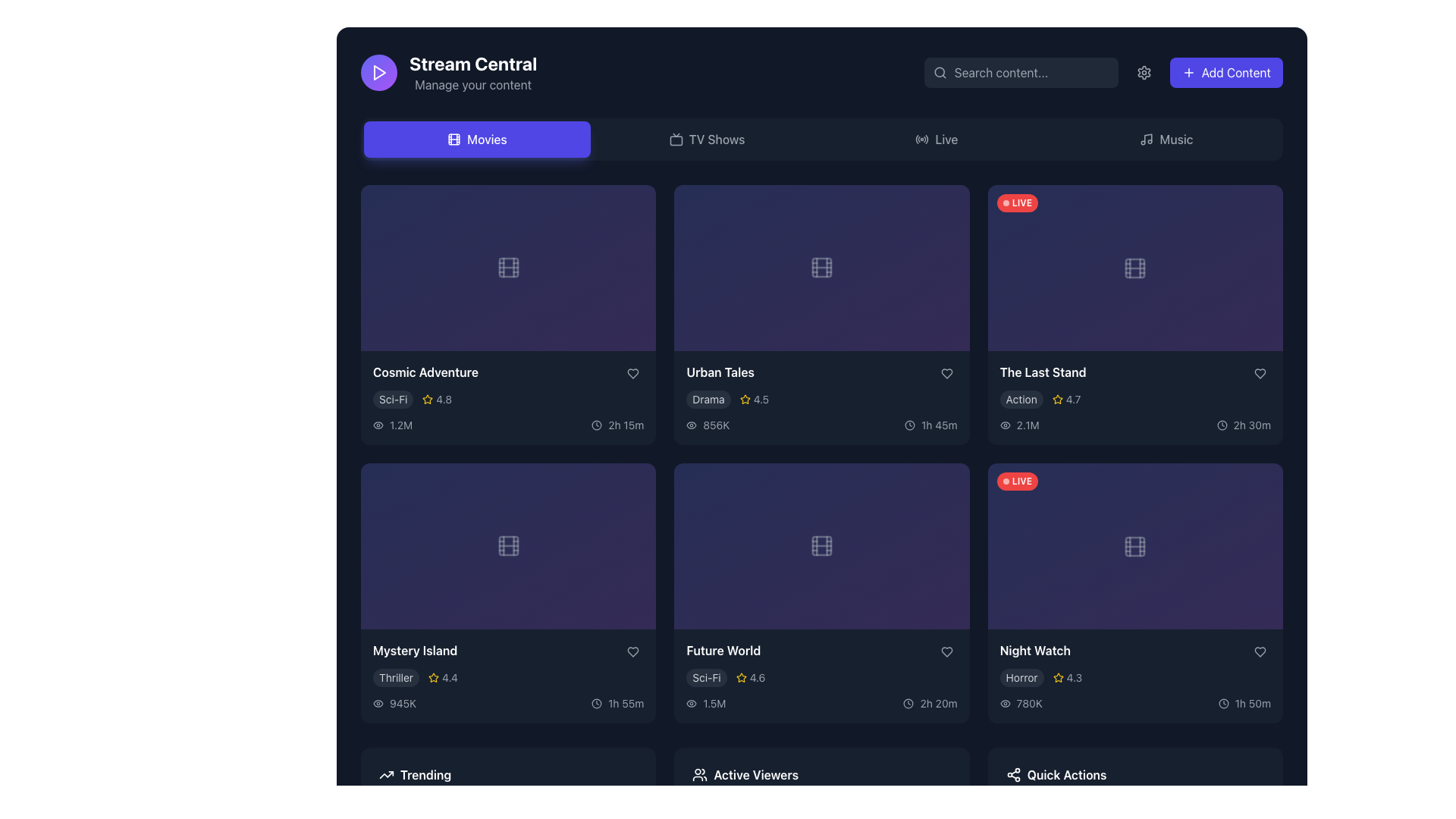 The image size is (1456, 819). I want to click on the 'Urban Tales' text label, which serves as a title for content identification and selection, located in the top-middle section of the interface, so click(720, 372).